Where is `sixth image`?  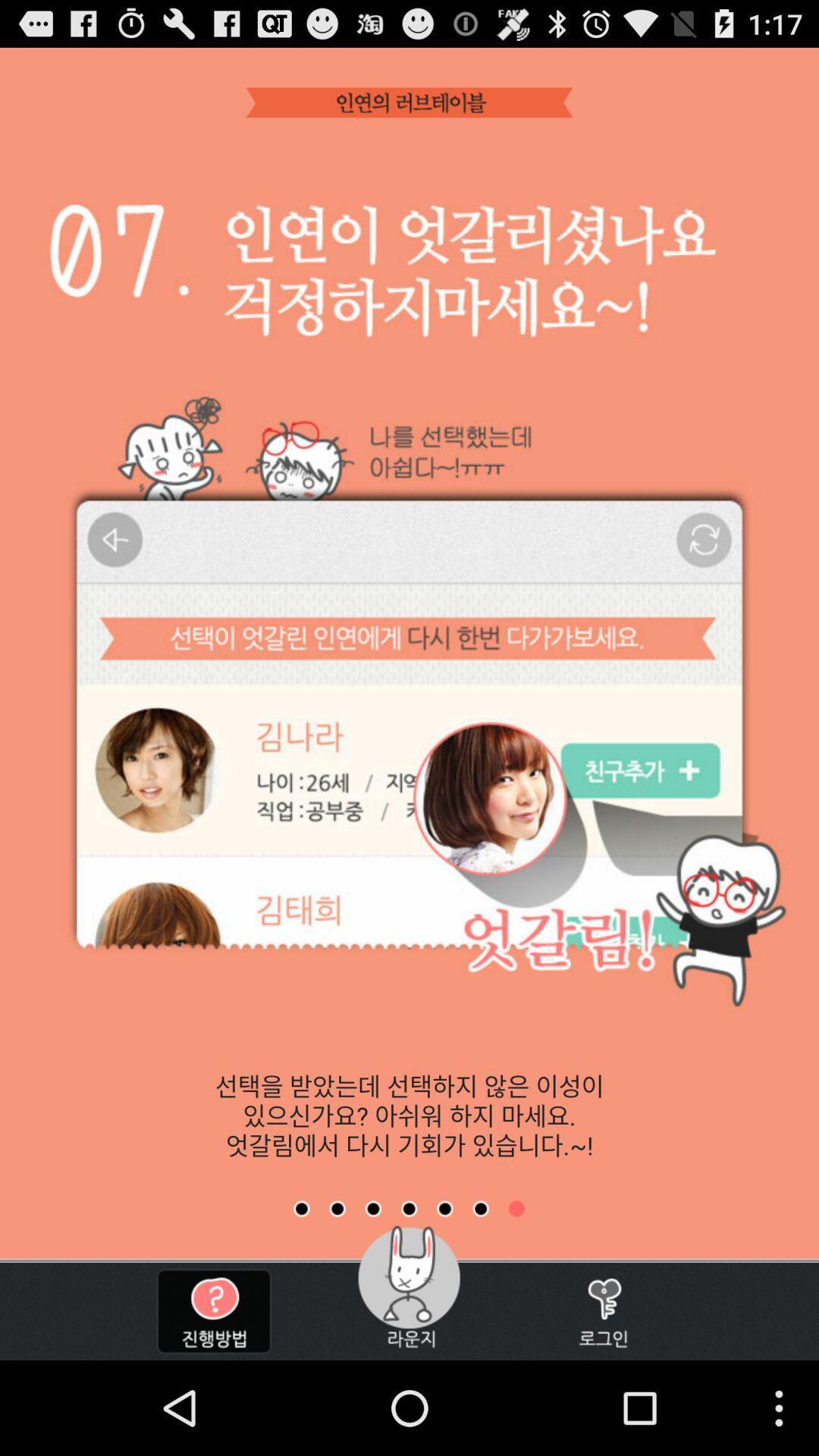 sixth image is located at coordinates (481, 1208).